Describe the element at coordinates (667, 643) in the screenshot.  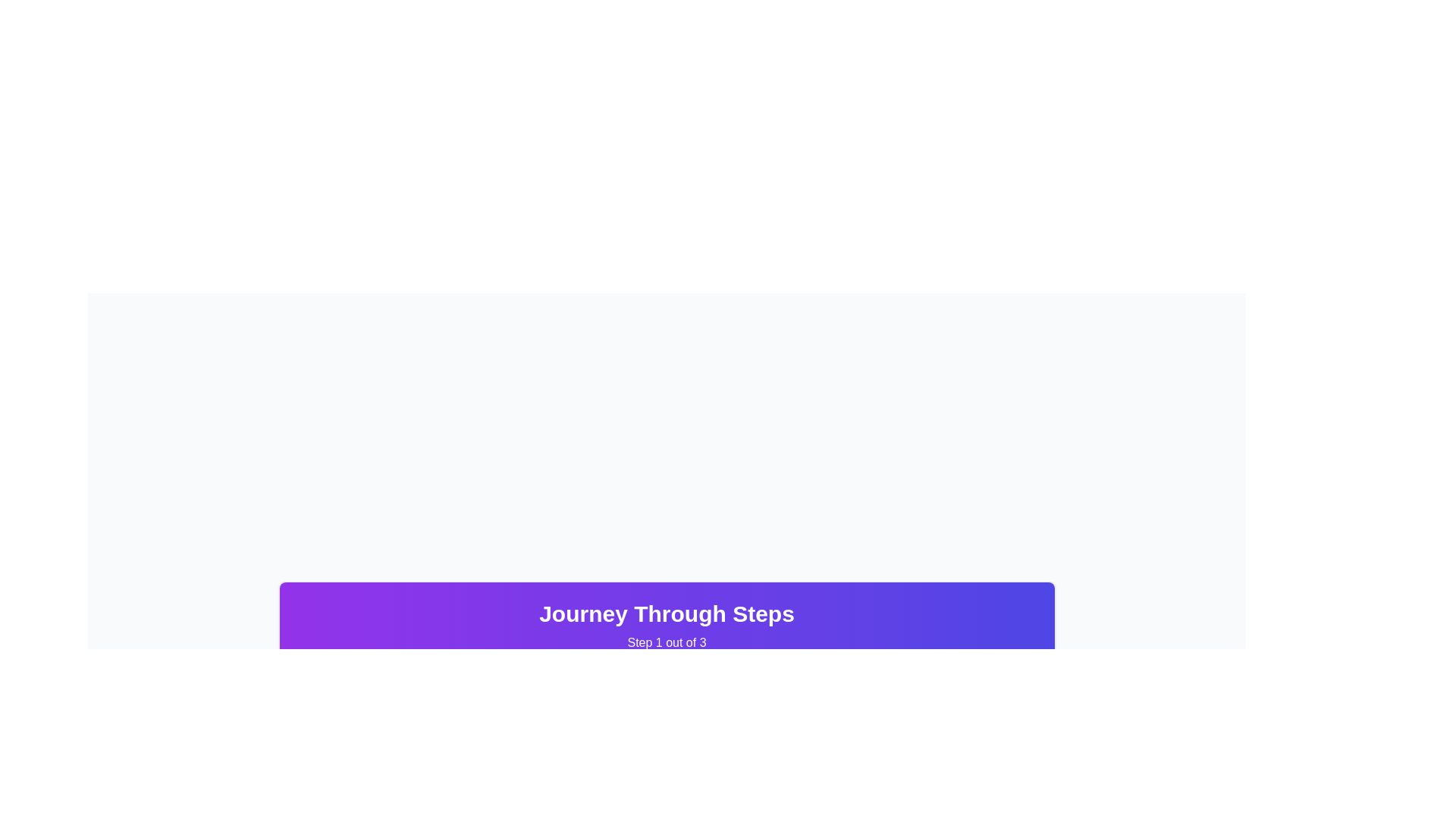
I see `the text label reading 'Step 1 out of 3' which is displayed in a light-colored font against a gradient purple-to-indigo background, positioned below a larger label 'Journey Through Steps'` at that location.